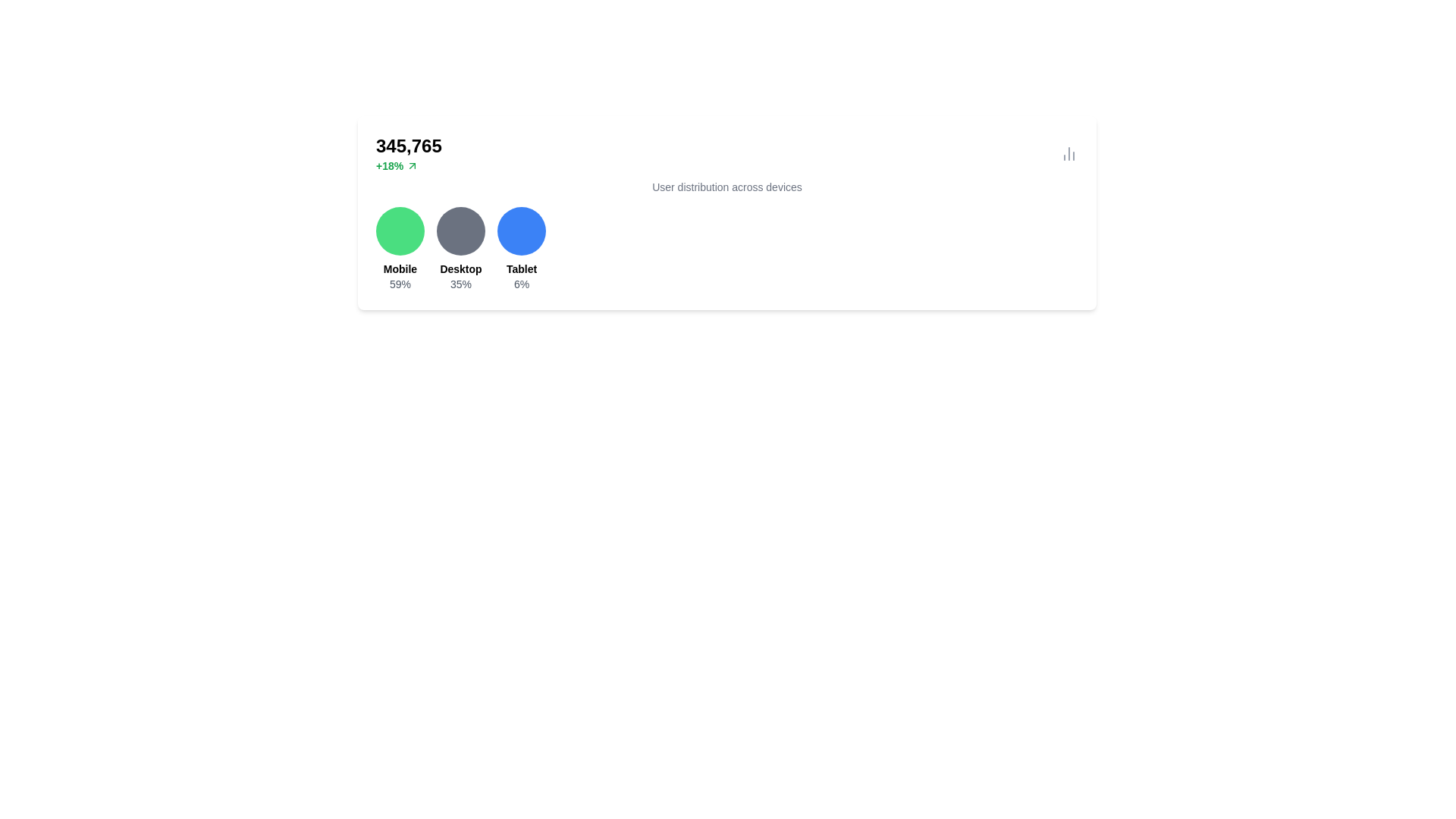 This screenshot has width=1456, height=819. I want to click on the informational display element that features a gray circular graphical representation with the text 'Desktop' in bold and '35%' in lighter font, positioned between the 'Mobile' and 'Tablet' sections, so click(460, 248).